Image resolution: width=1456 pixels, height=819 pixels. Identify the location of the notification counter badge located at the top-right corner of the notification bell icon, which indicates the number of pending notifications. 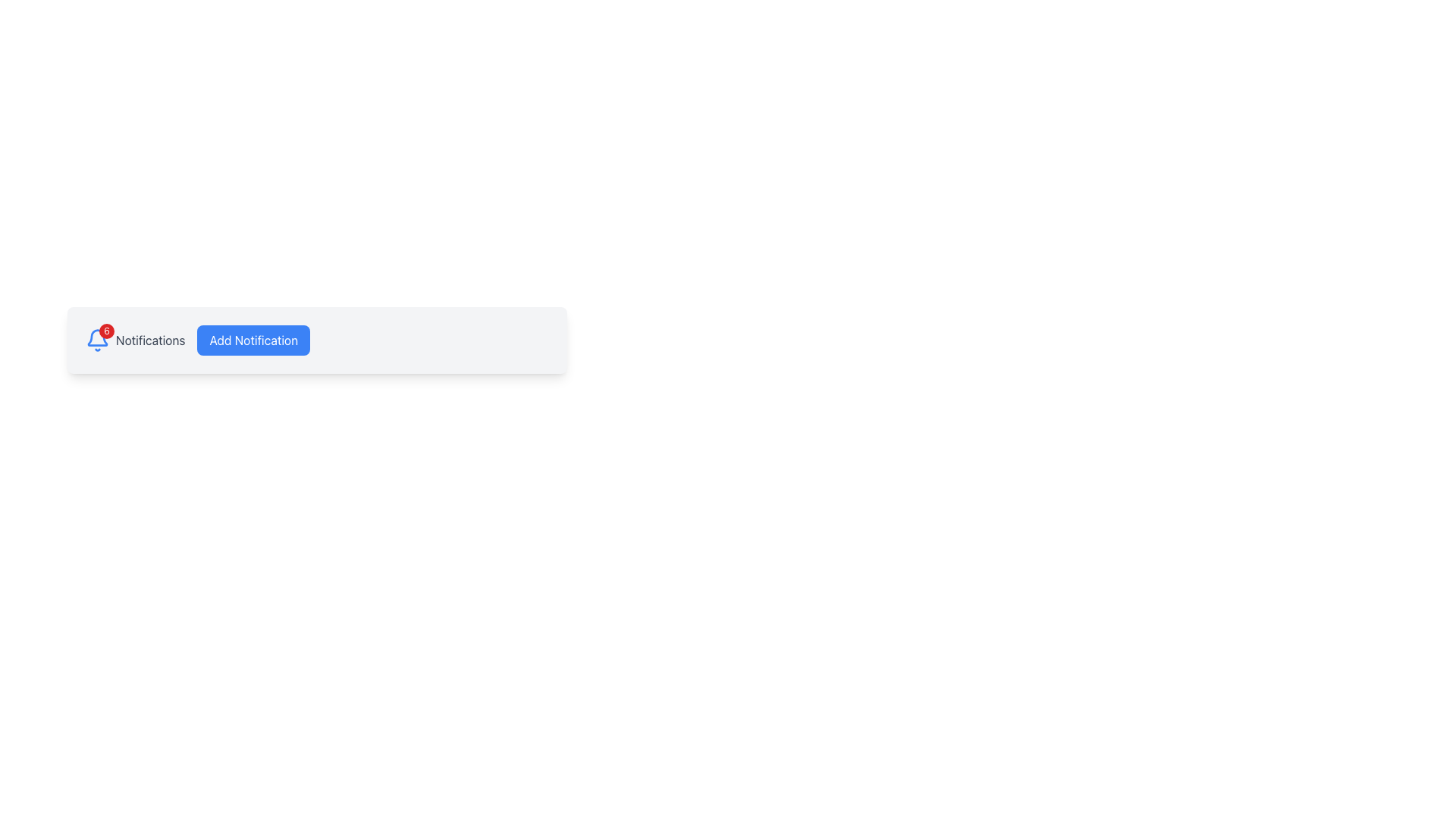
(105, 330).